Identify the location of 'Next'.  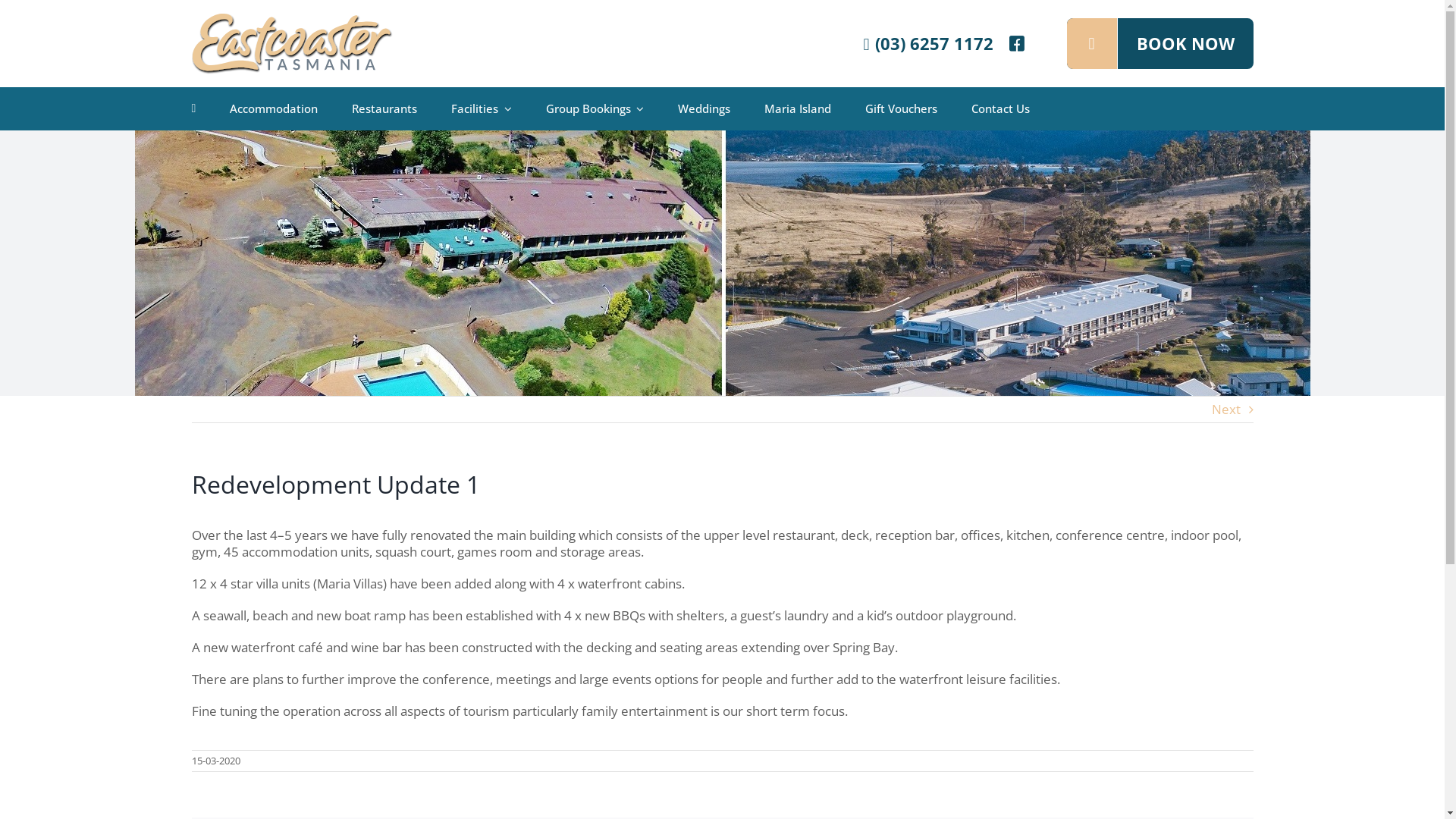
(1226, 409).